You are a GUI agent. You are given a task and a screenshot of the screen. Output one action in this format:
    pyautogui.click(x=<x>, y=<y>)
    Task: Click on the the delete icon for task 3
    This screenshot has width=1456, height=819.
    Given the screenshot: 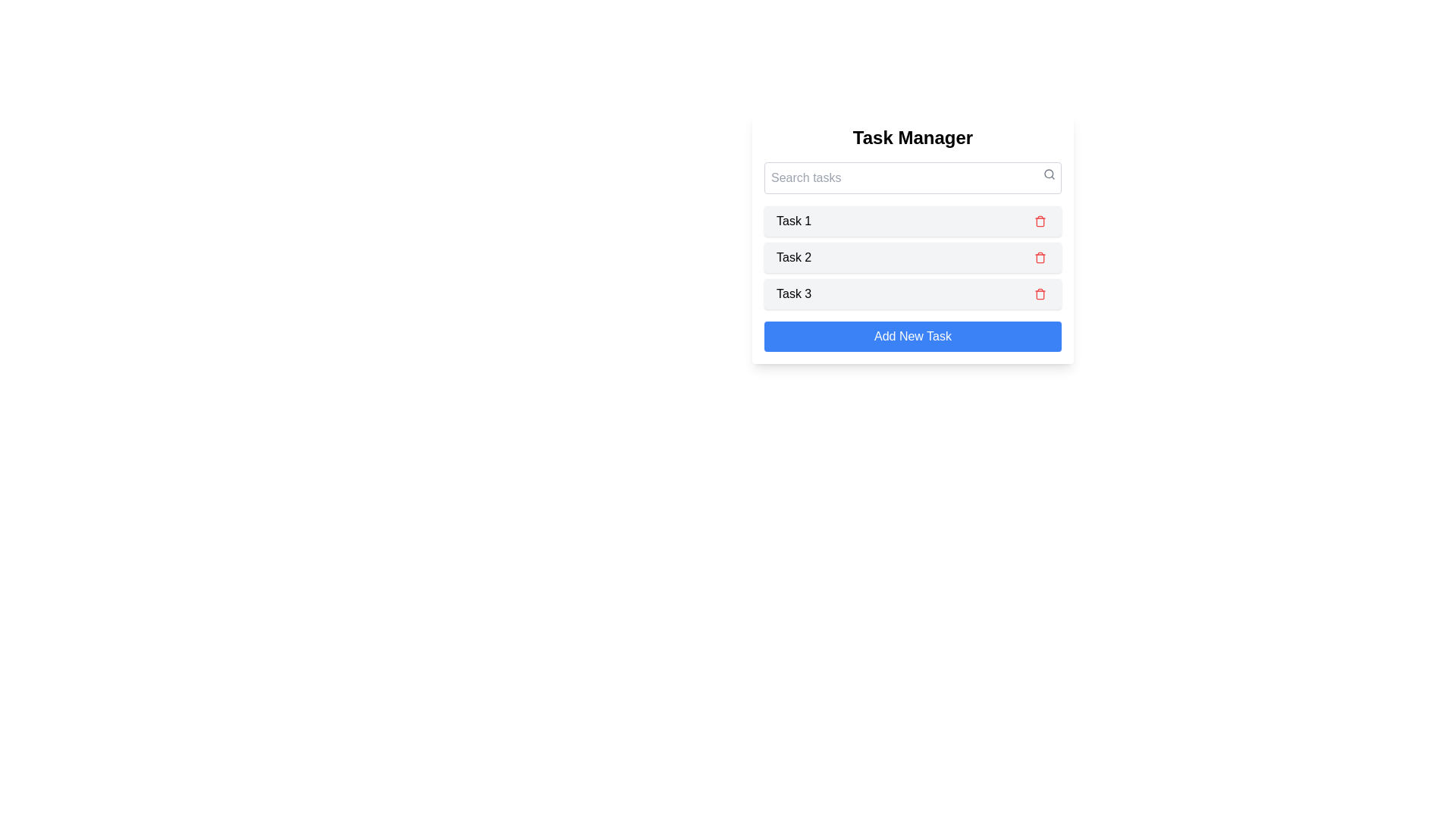 What is the action you would take?
    pyautogui.click(x=1040, y=294)
    